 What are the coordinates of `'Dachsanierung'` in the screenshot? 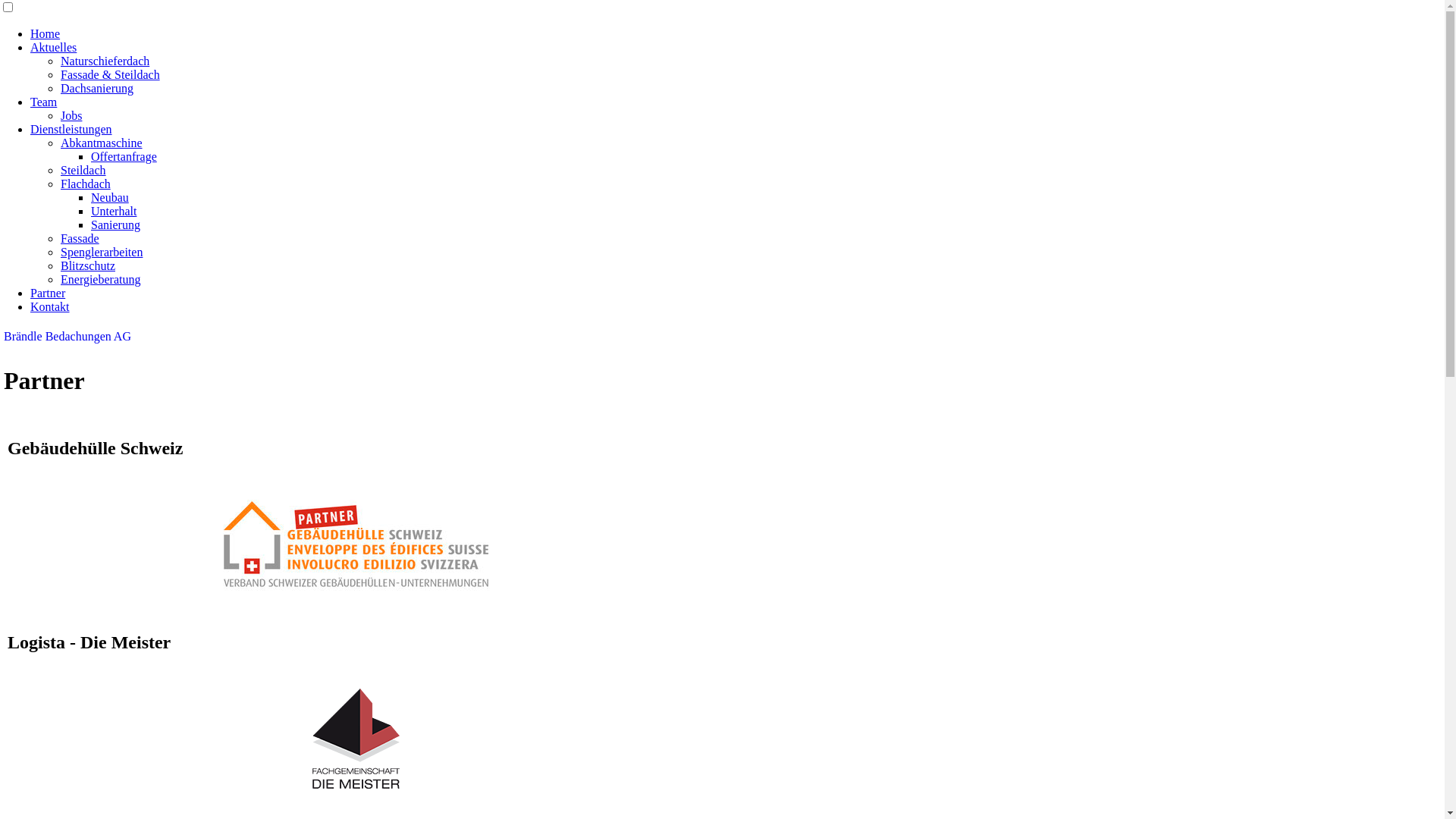 It's located at (96, 88).